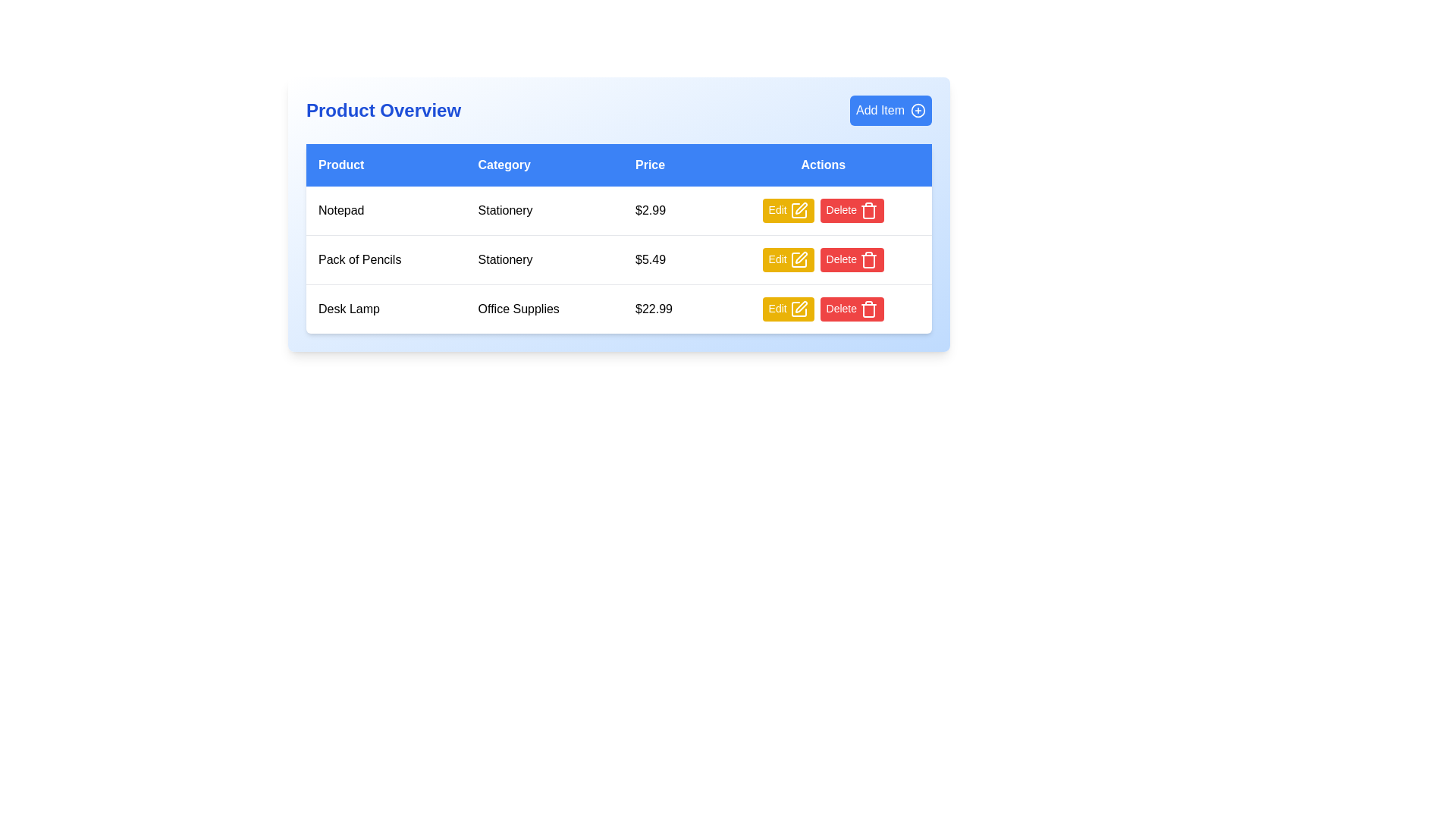 The image size is (1456, 819). I want to click on the text label displaying the product category 'Office Supplies' for the 'Desk Lamp' product, located in the third row, second column of the product table, so click(544, 308).